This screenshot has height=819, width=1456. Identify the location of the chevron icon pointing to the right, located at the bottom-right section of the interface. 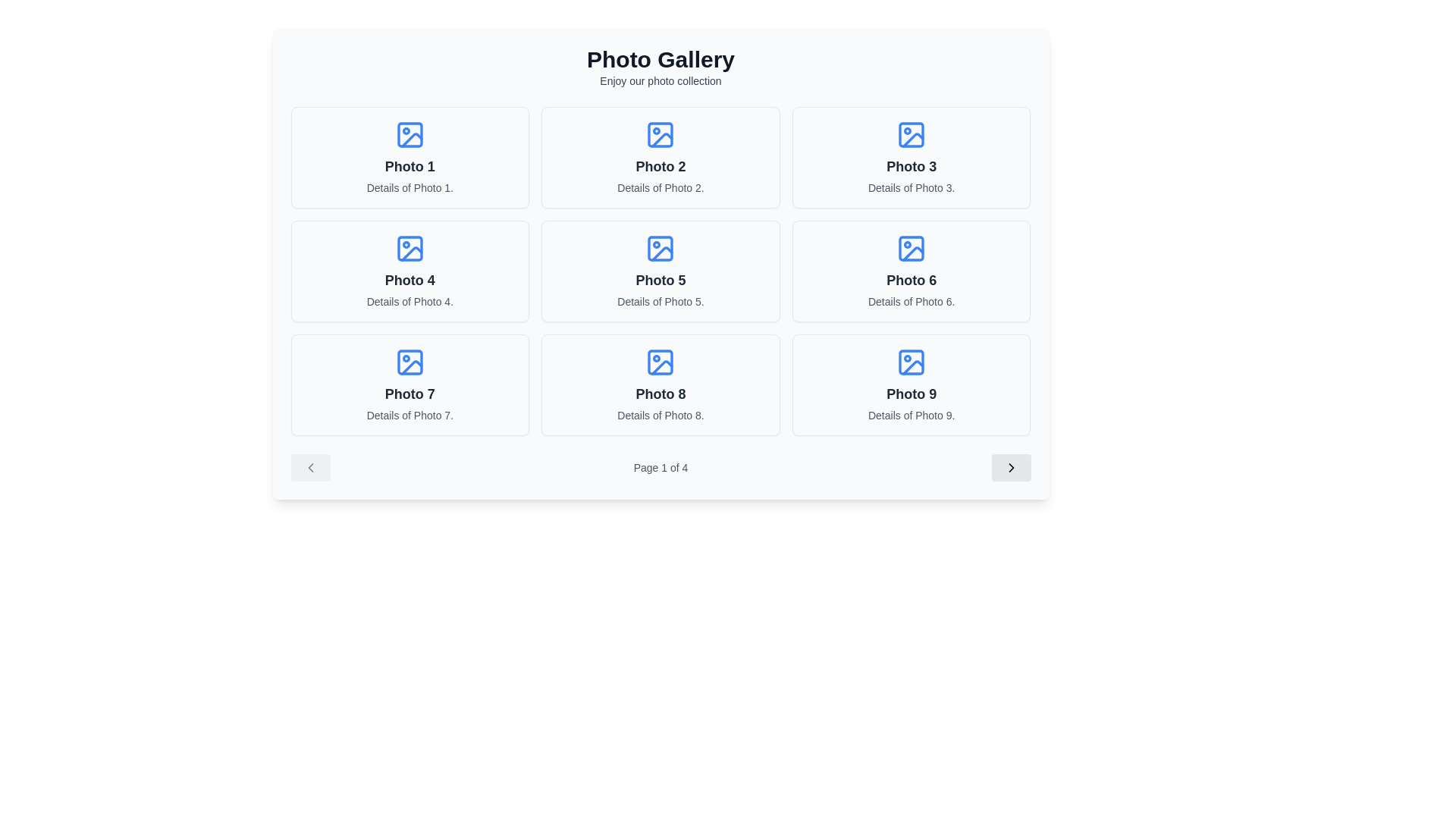
(1011, 467).